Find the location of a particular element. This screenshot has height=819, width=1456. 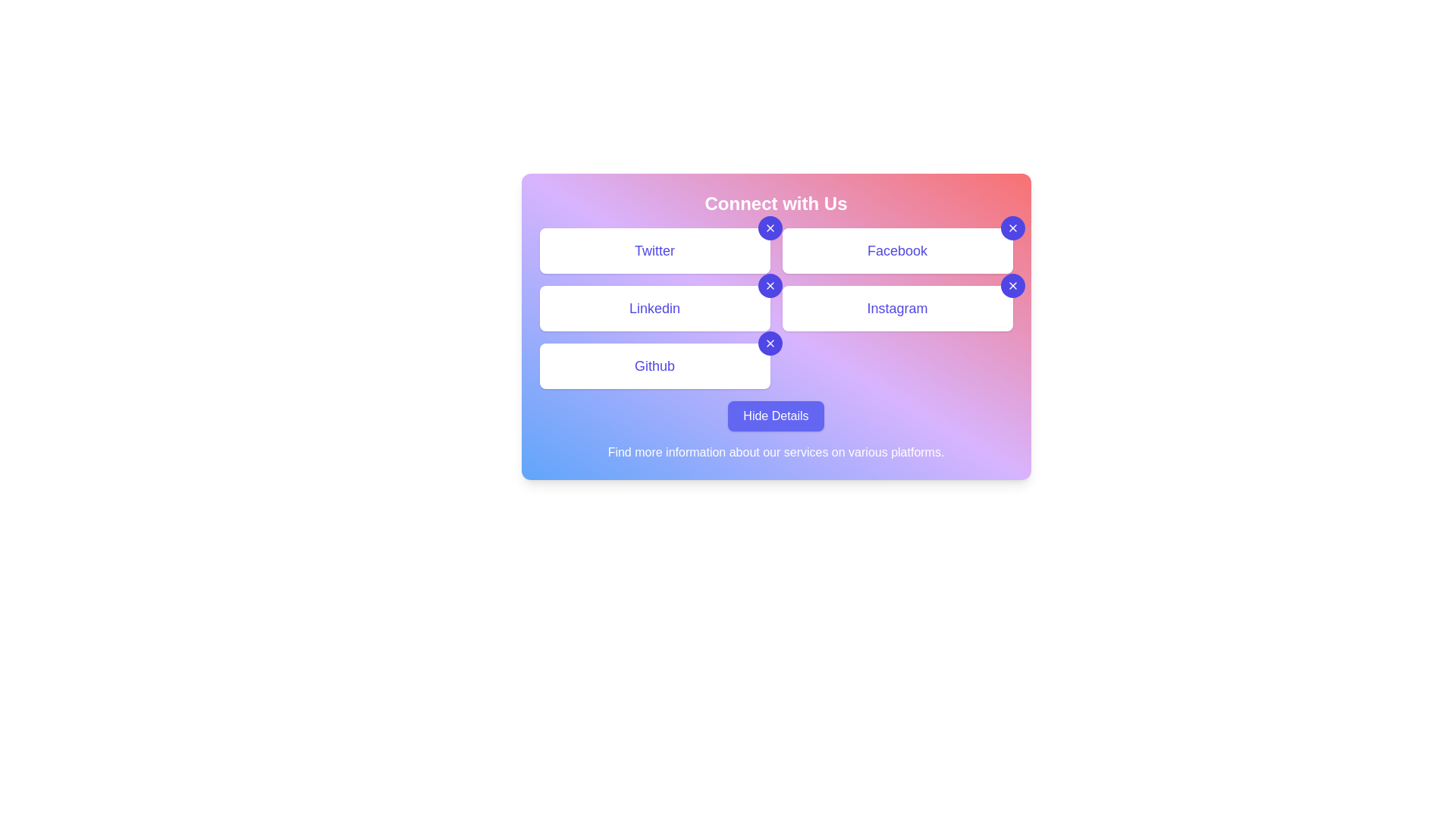

the small circular button with a purple background and a white 'X' icon located at the top-right corner of the 'Facebook' card to possibly reveal a tooltip or highlight effect is located at coordinates (1012, 227).